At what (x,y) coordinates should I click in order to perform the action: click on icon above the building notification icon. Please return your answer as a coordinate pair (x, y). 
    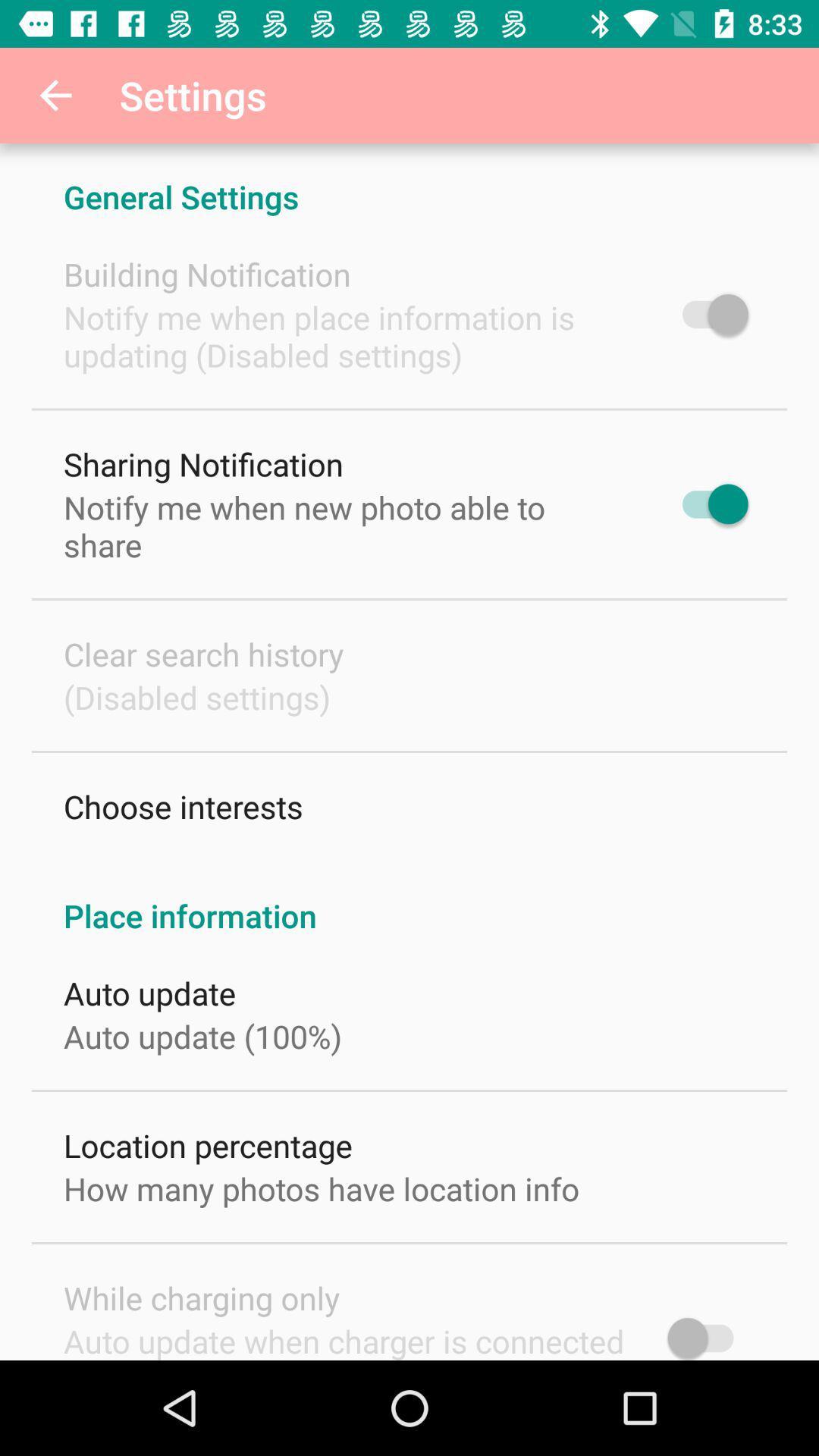
    Looking at the image, I should click on (409, 180).